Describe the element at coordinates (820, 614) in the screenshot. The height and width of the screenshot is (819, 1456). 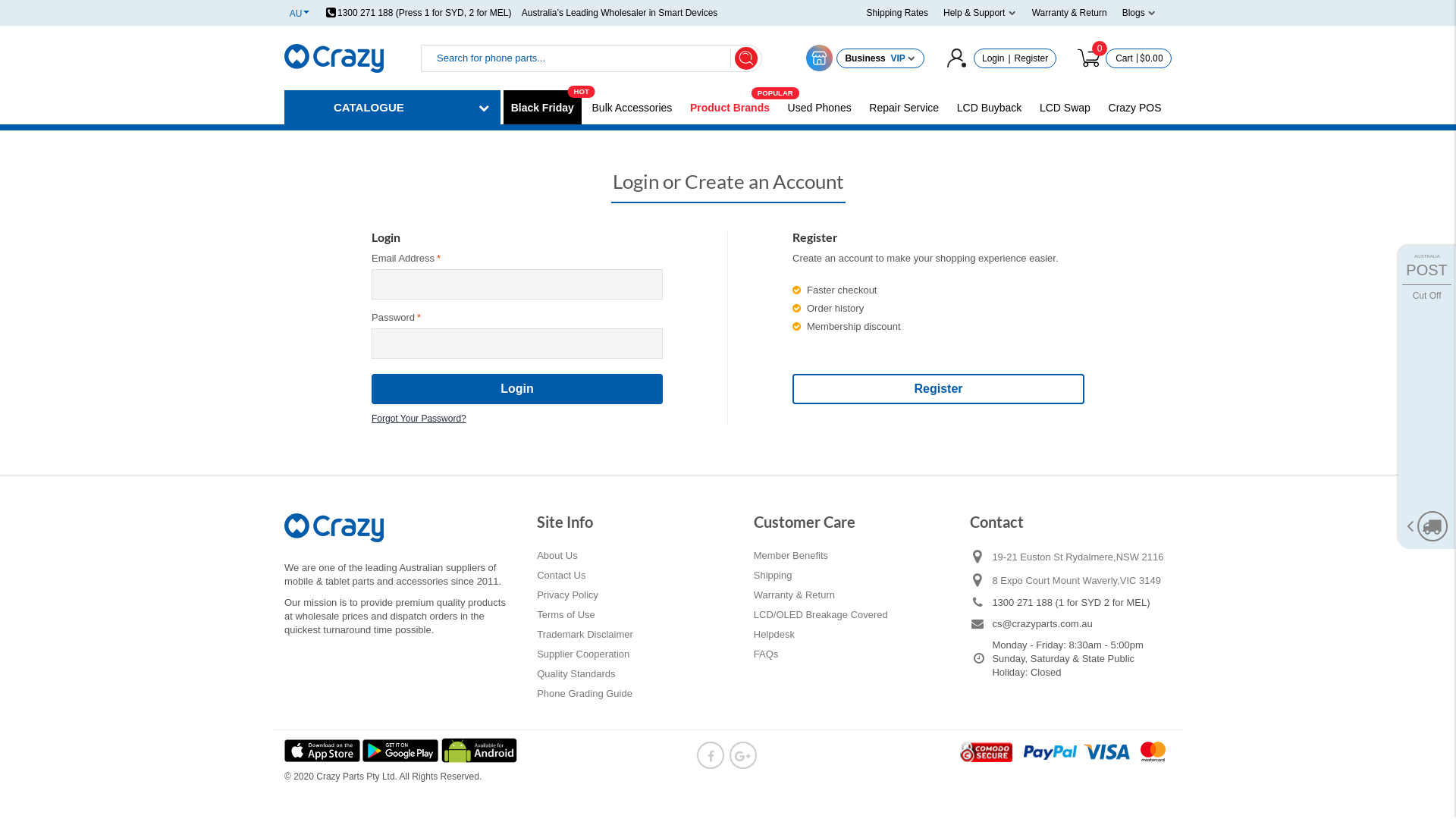
I see `'LCD/OLED Breakage Covered'` at that location.